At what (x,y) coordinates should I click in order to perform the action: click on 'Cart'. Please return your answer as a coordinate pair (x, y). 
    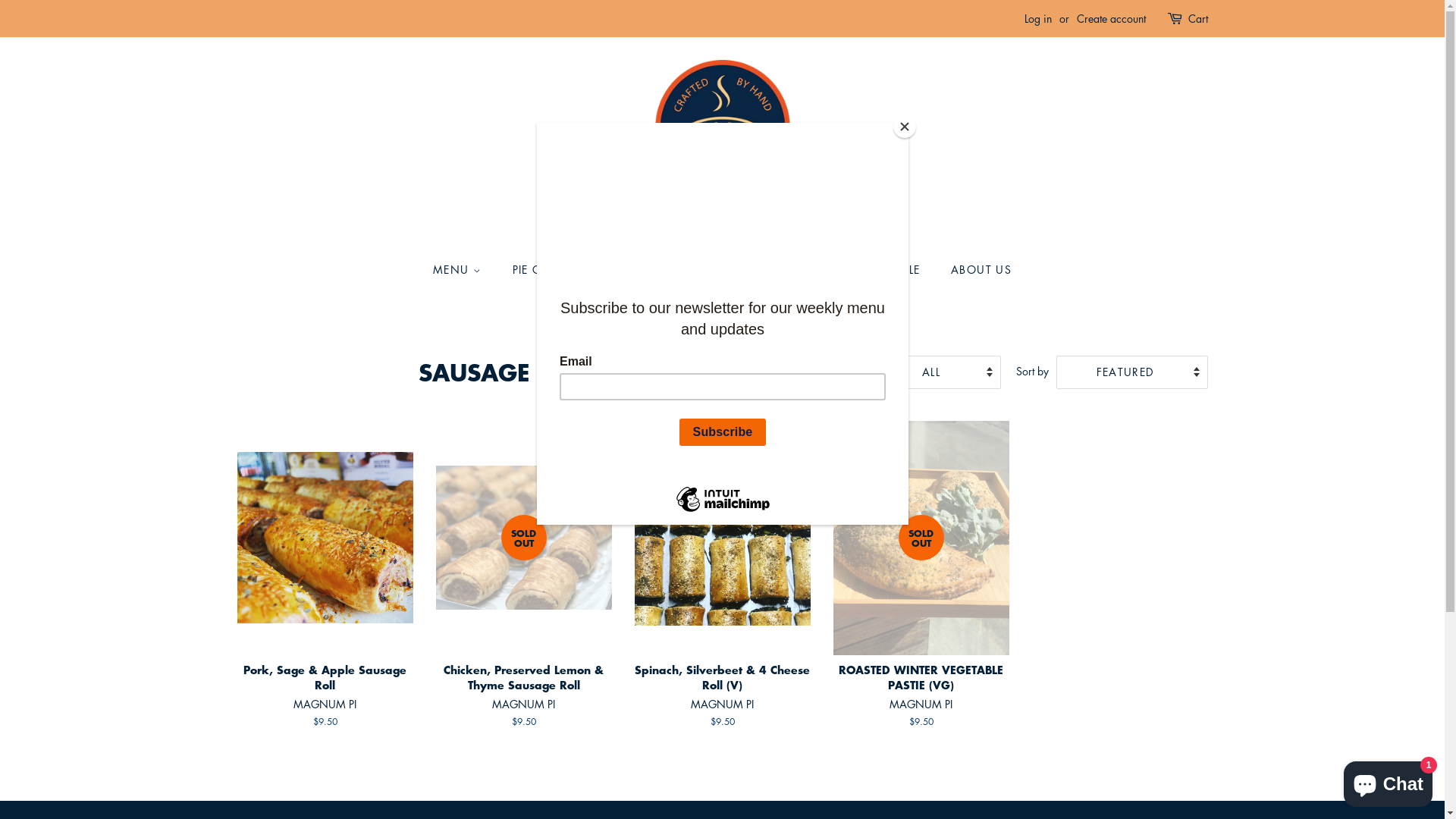
    Looking at the image, I should click on (1197, 18).